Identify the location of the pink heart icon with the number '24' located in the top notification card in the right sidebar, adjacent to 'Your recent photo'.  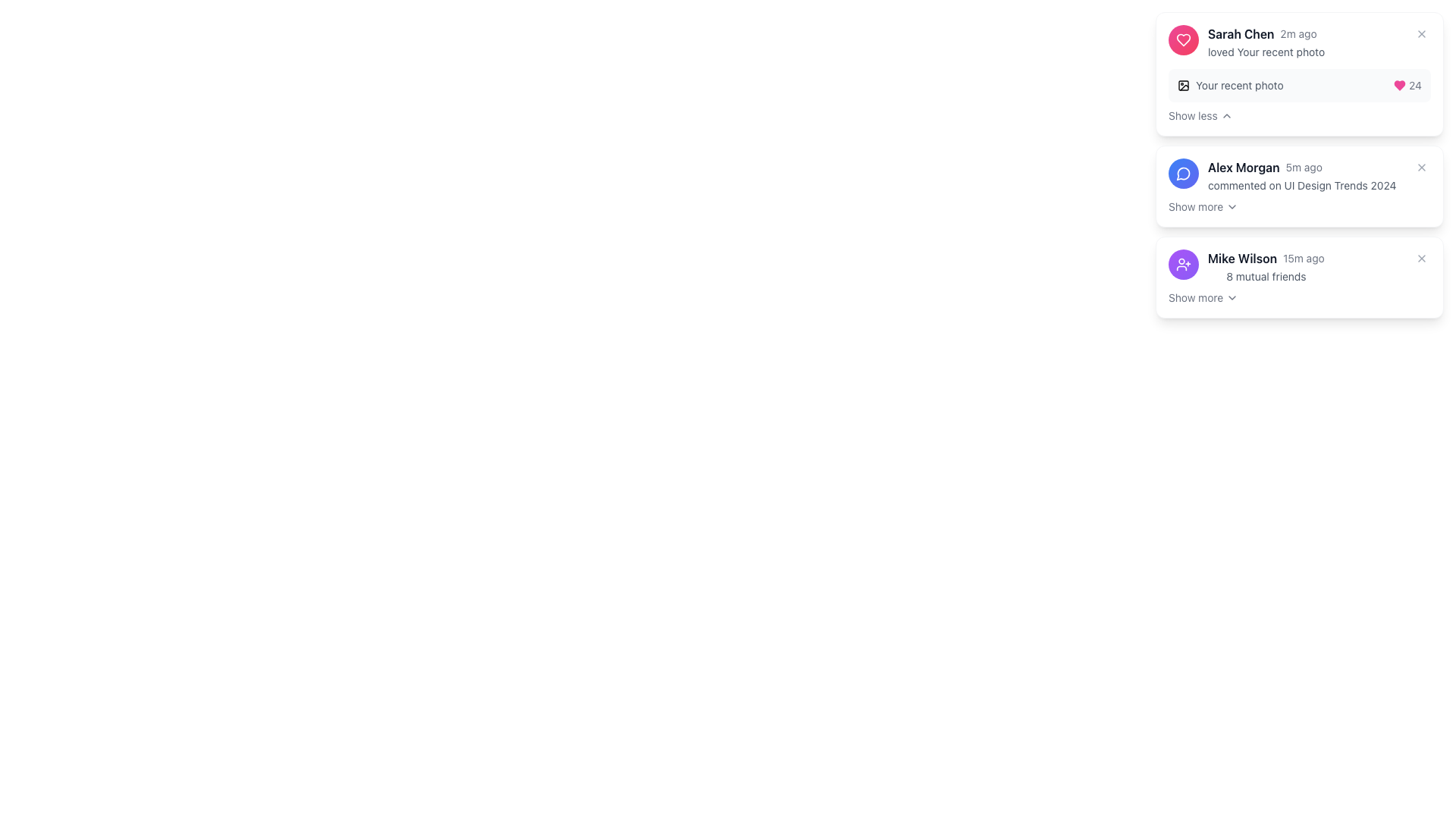
(1407, 85).